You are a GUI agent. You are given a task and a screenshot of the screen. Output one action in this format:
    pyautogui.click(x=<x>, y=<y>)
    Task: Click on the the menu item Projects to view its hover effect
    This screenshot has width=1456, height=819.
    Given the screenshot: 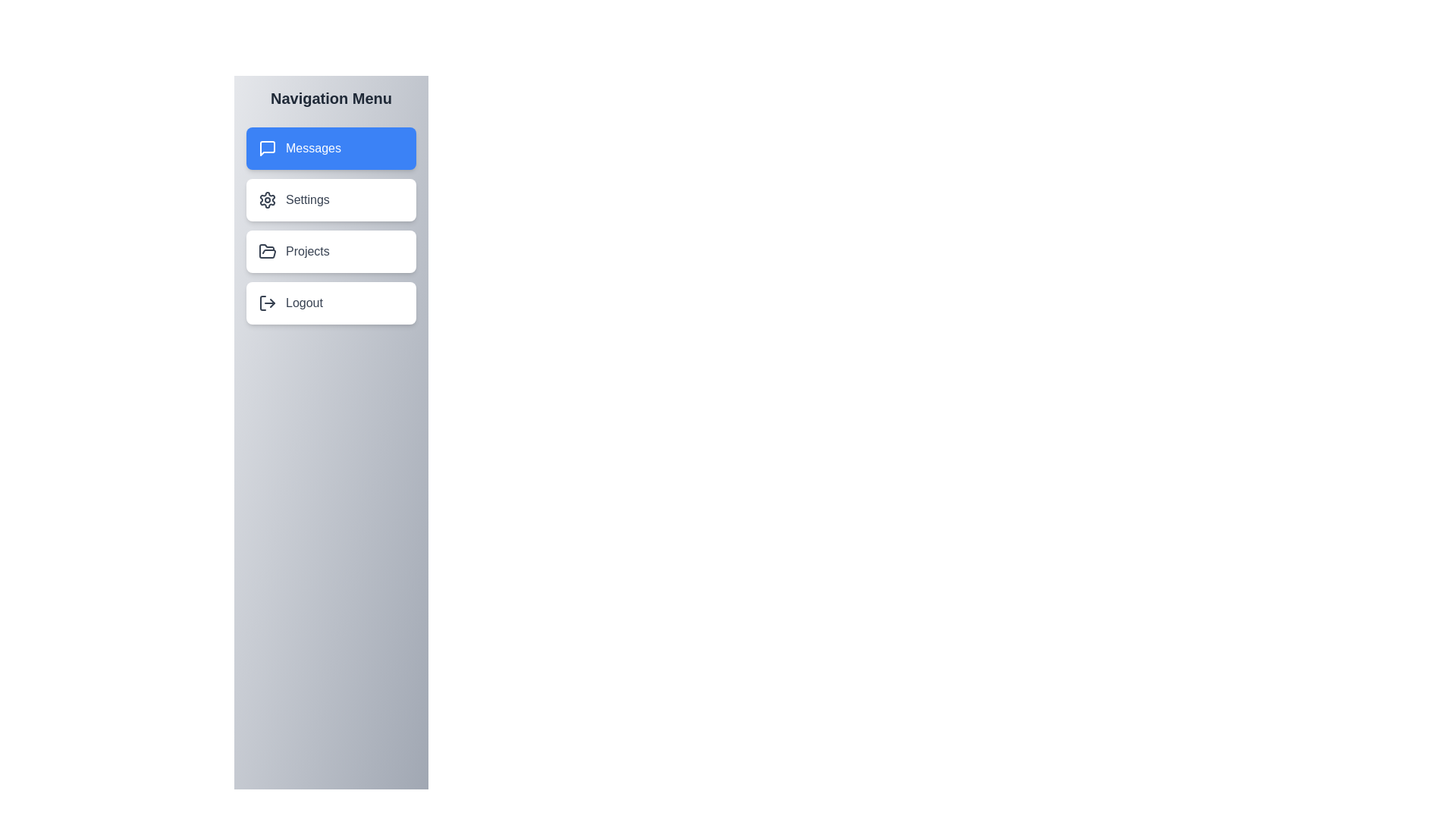 What is the action you would take?
    pyautogui.click(x=330, y=250)
    